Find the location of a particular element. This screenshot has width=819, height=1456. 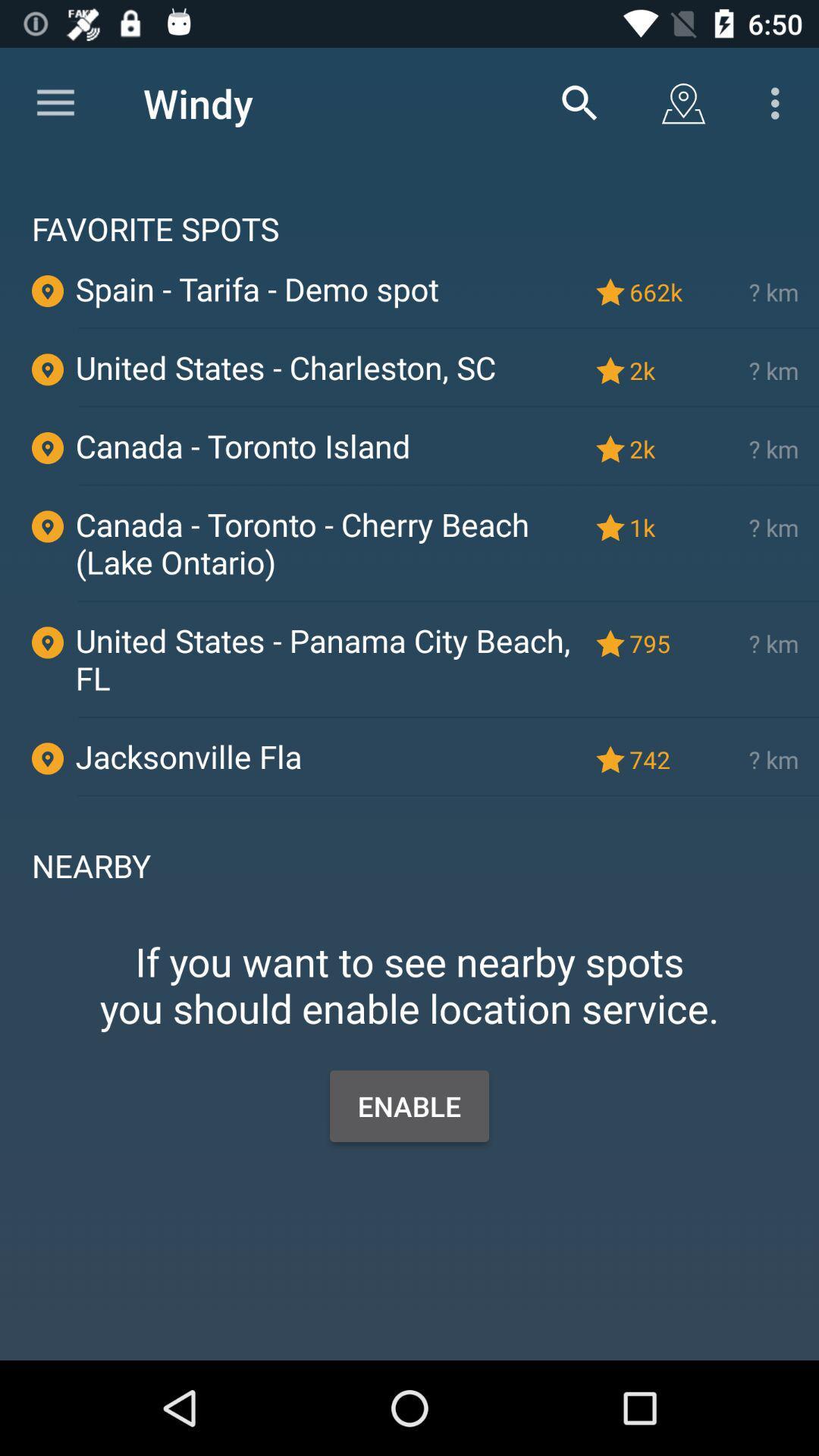

the 795 icon is located at coordinates (658, 643).